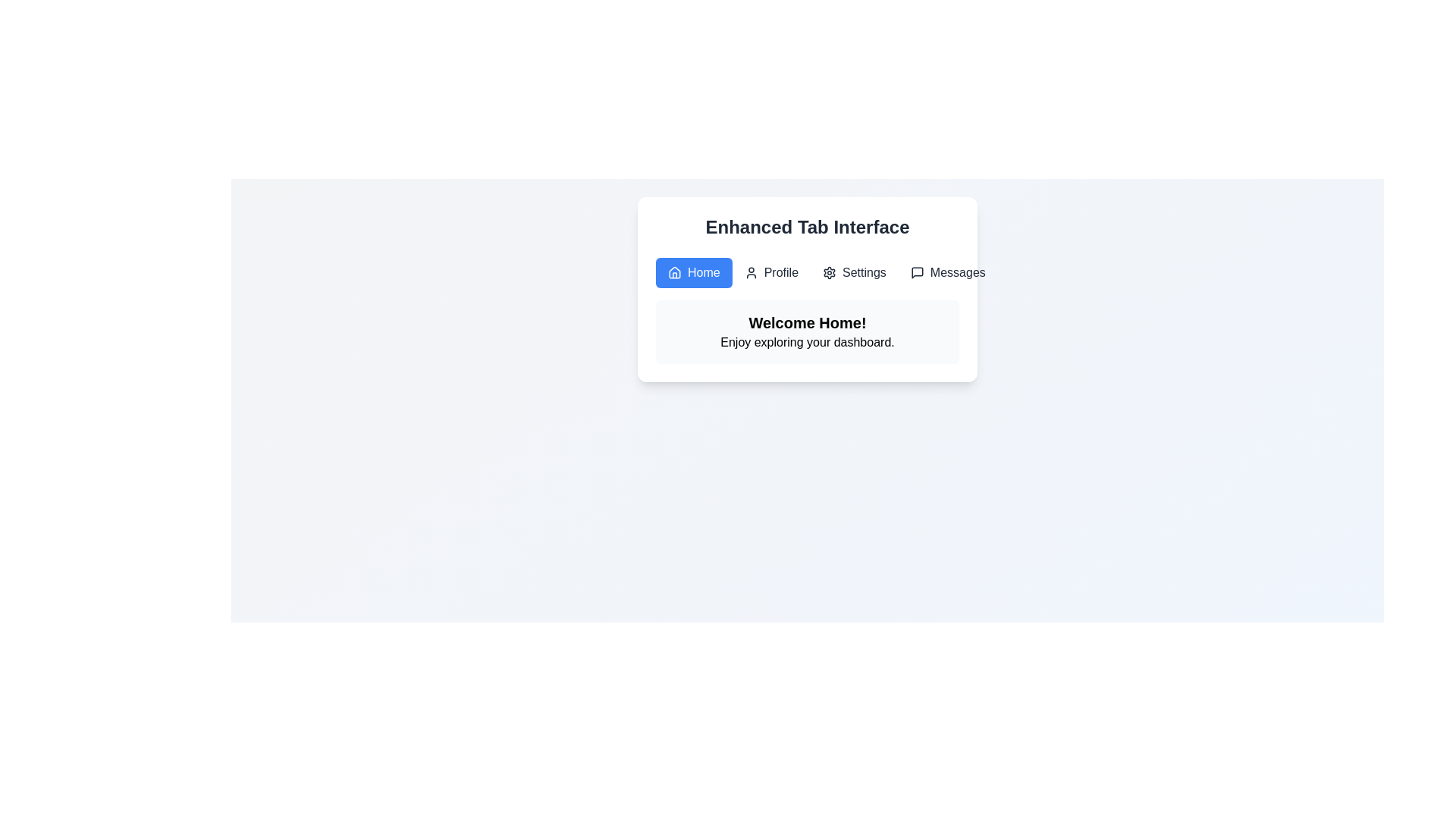  Describe the element at coordinates (807, 342) in the screenshot. I see `the static text label reading 'Enjoy exploring your dashboard.' which is located directly beneath the bold title 'Welcome Home!'` at that location.